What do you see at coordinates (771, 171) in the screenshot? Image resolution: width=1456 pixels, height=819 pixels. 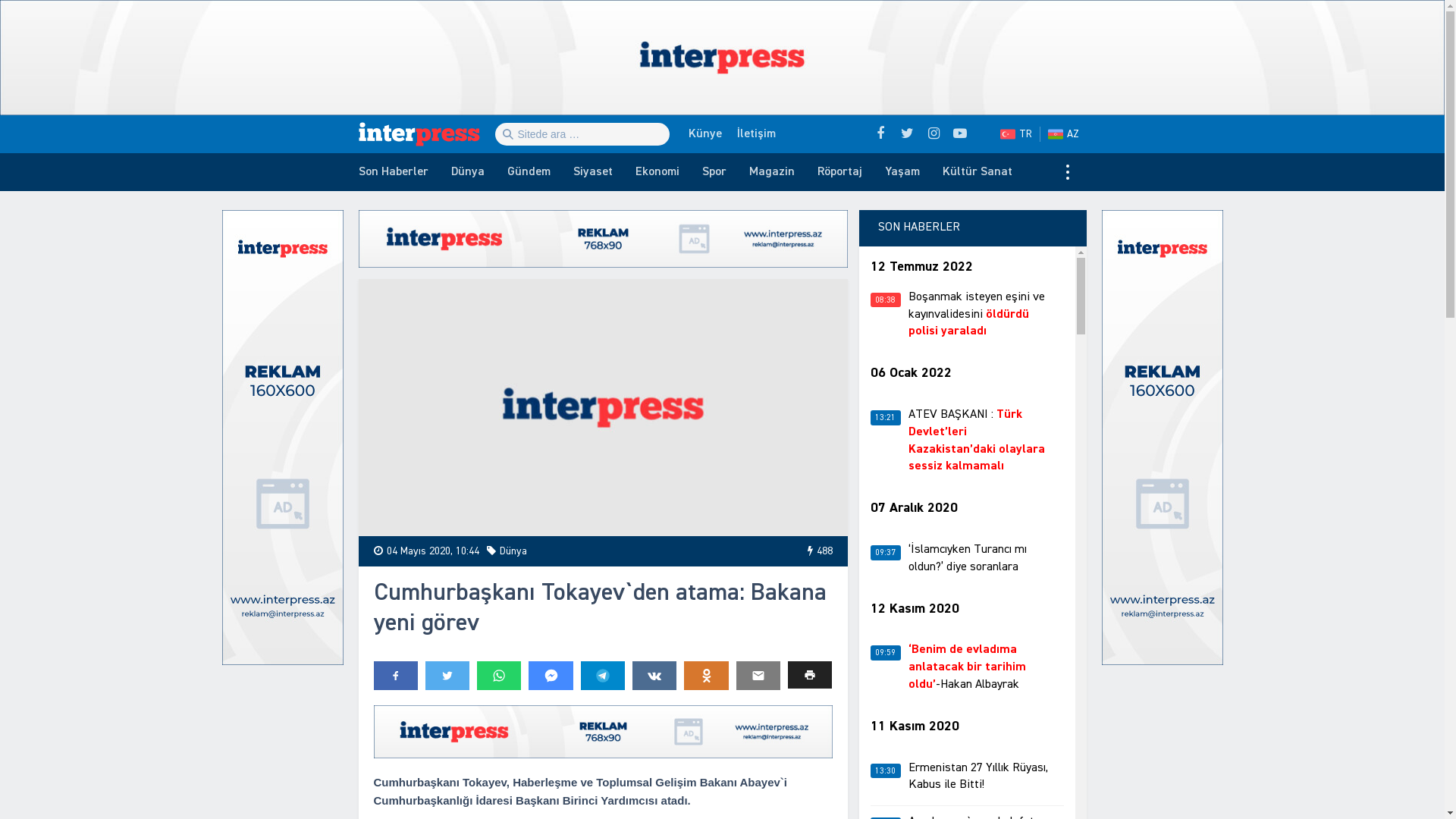 I see `'Magazin'` at bounding box center [771, 171].